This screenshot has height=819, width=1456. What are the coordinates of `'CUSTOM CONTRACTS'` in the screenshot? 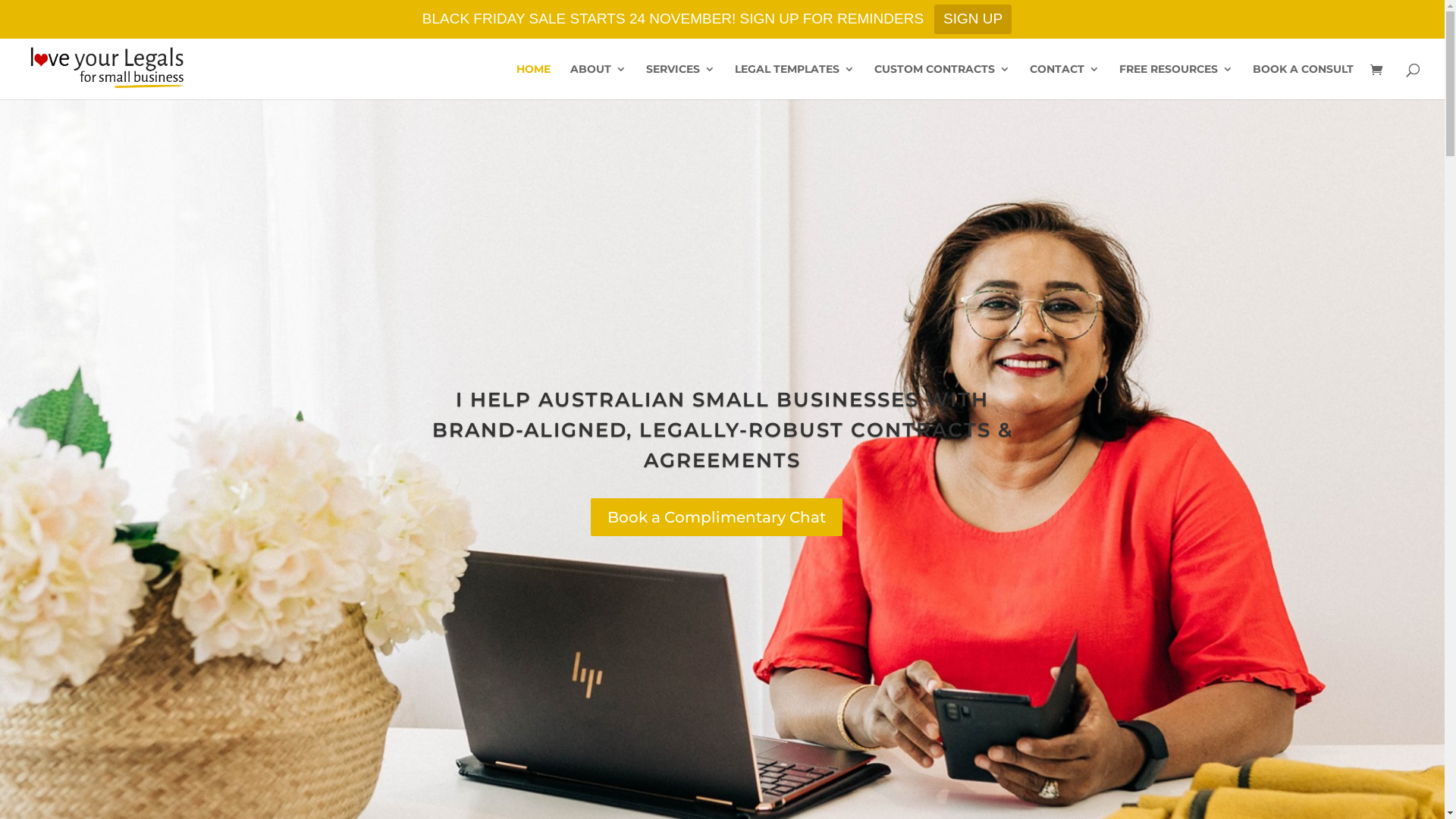 It's located at (874, 81).